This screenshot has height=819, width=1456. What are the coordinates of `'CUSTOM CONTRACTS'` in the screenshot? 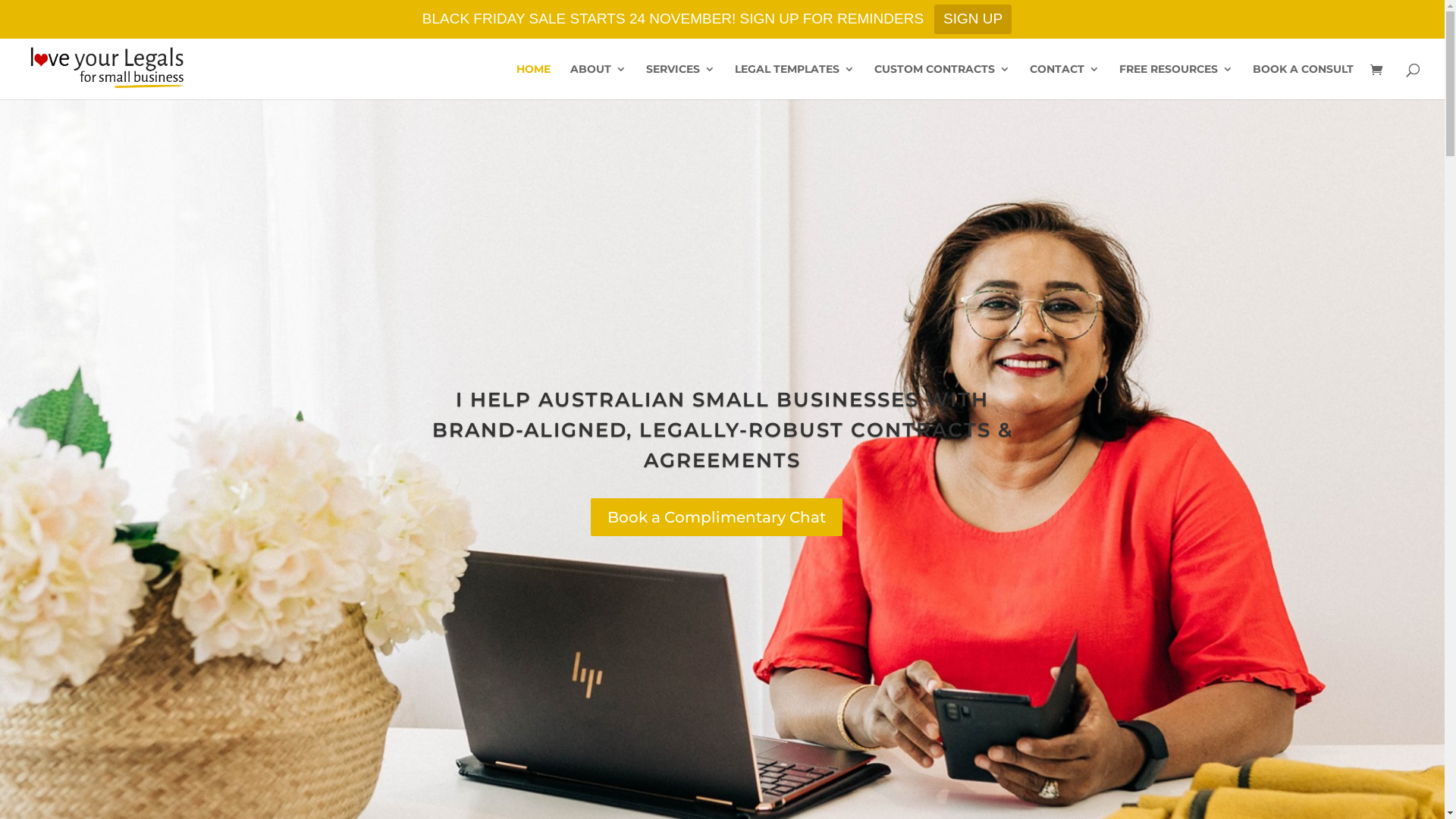 It's located at (874, 81).